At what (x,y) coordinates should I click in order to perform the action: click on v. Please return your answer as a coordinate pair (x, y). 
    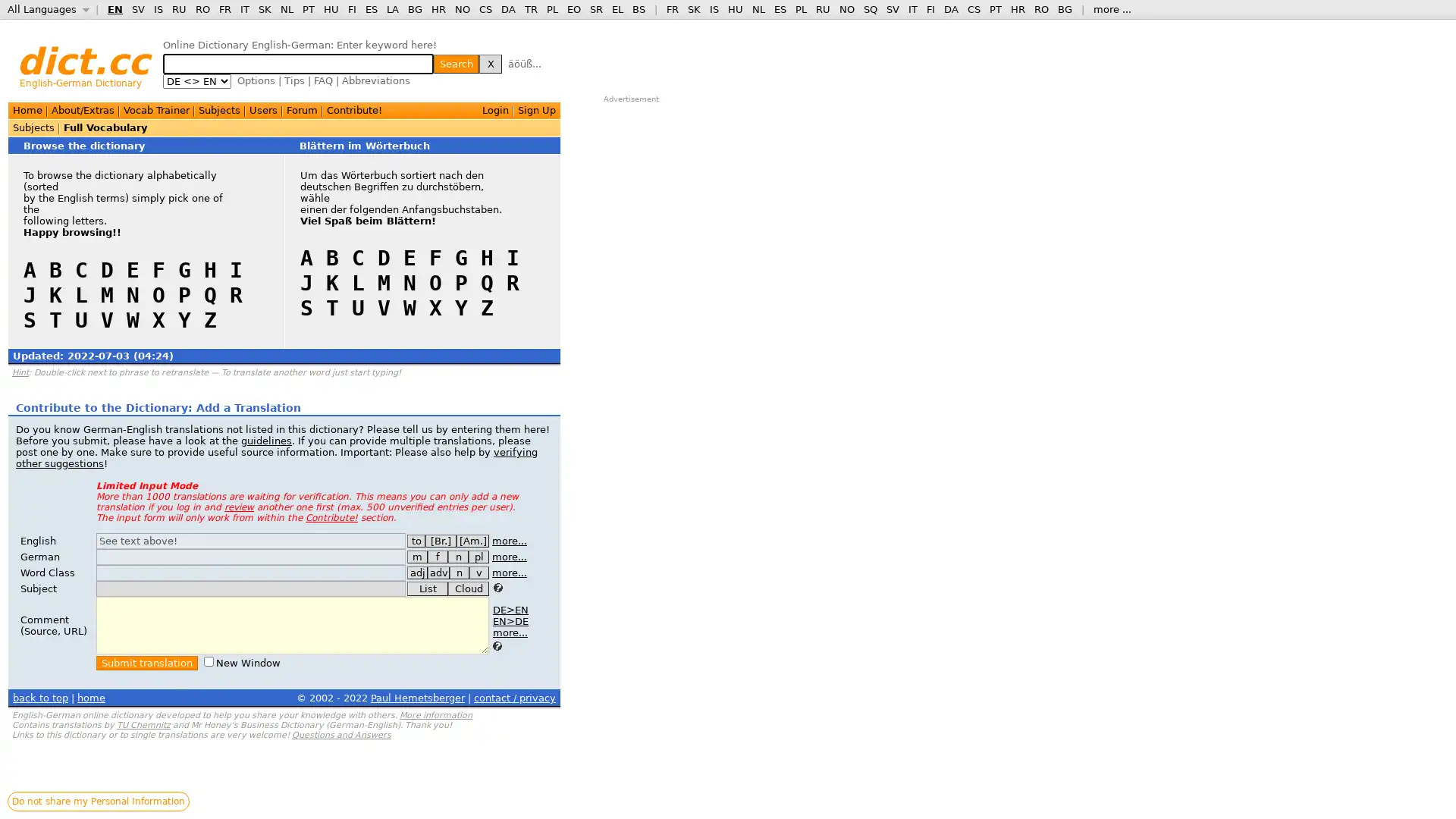
    Looking at the image, I should click on (479, 573).